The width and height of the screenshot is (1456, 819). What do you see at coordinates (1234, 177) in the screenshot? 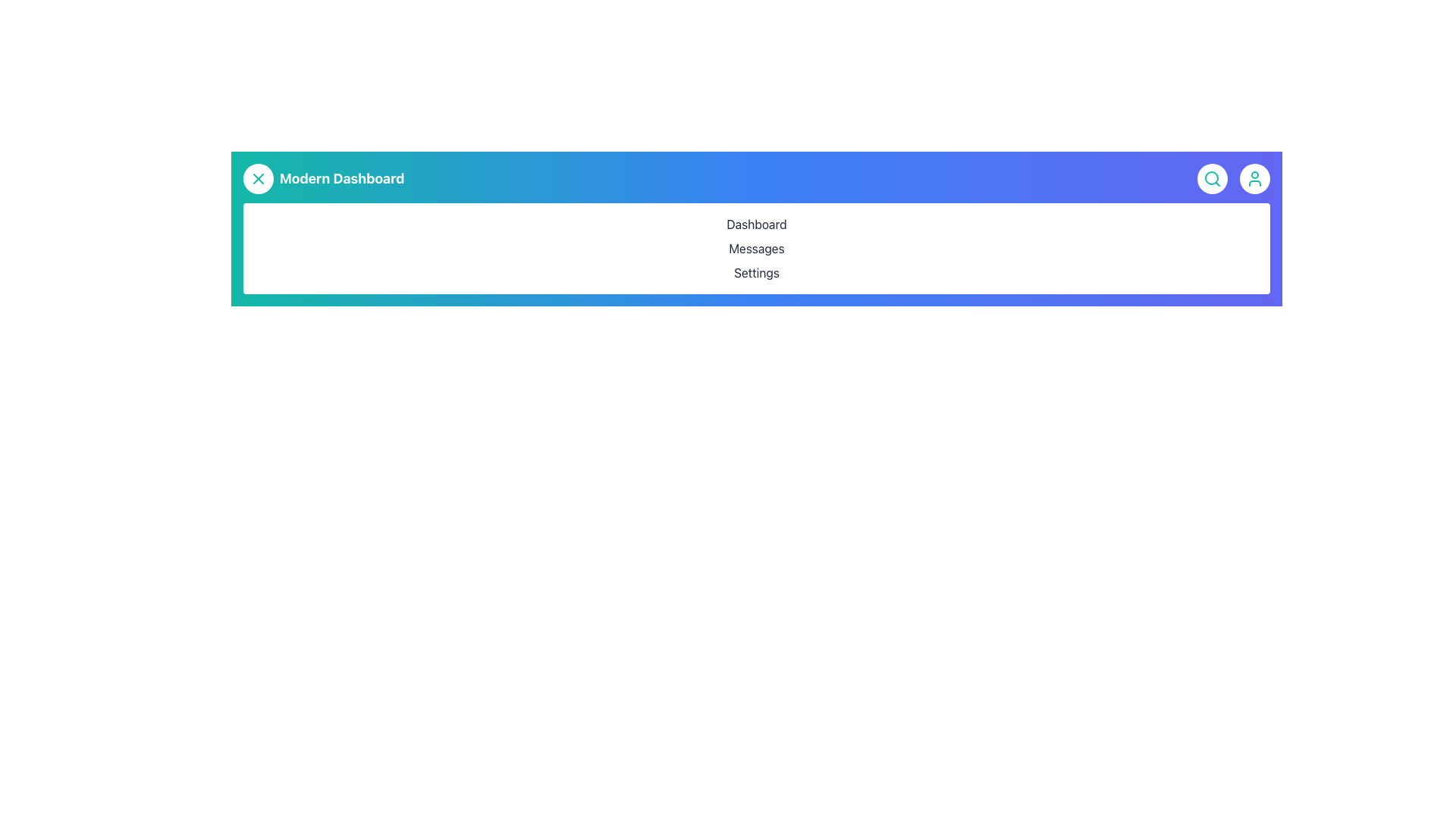
I see `the user icon in the top-right corner of the interface, located in the header bar, for profile-related actions` at bounding box center [1234, 177].